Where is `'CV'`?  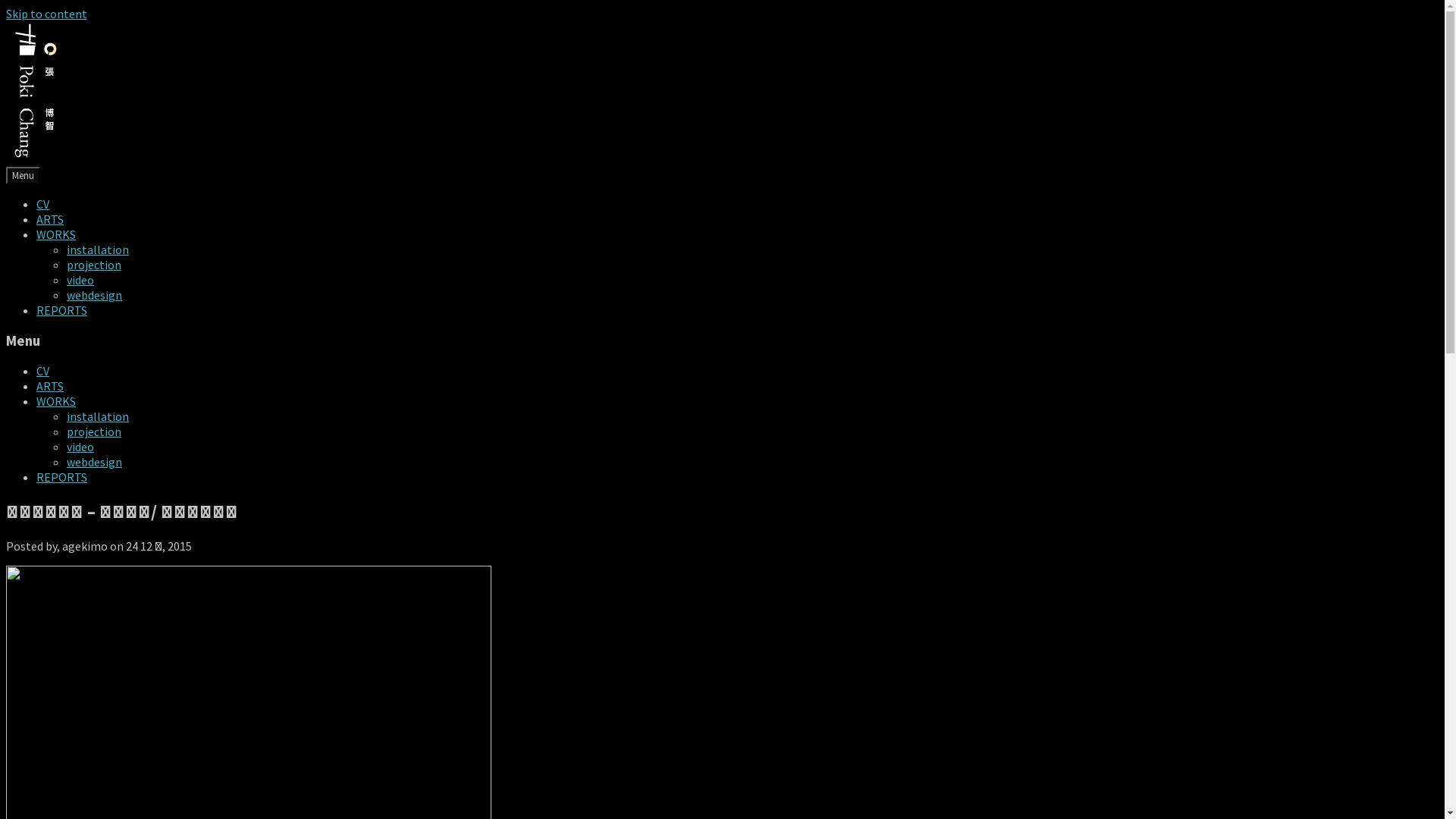 'CV' is located at coordinates (42, 371).